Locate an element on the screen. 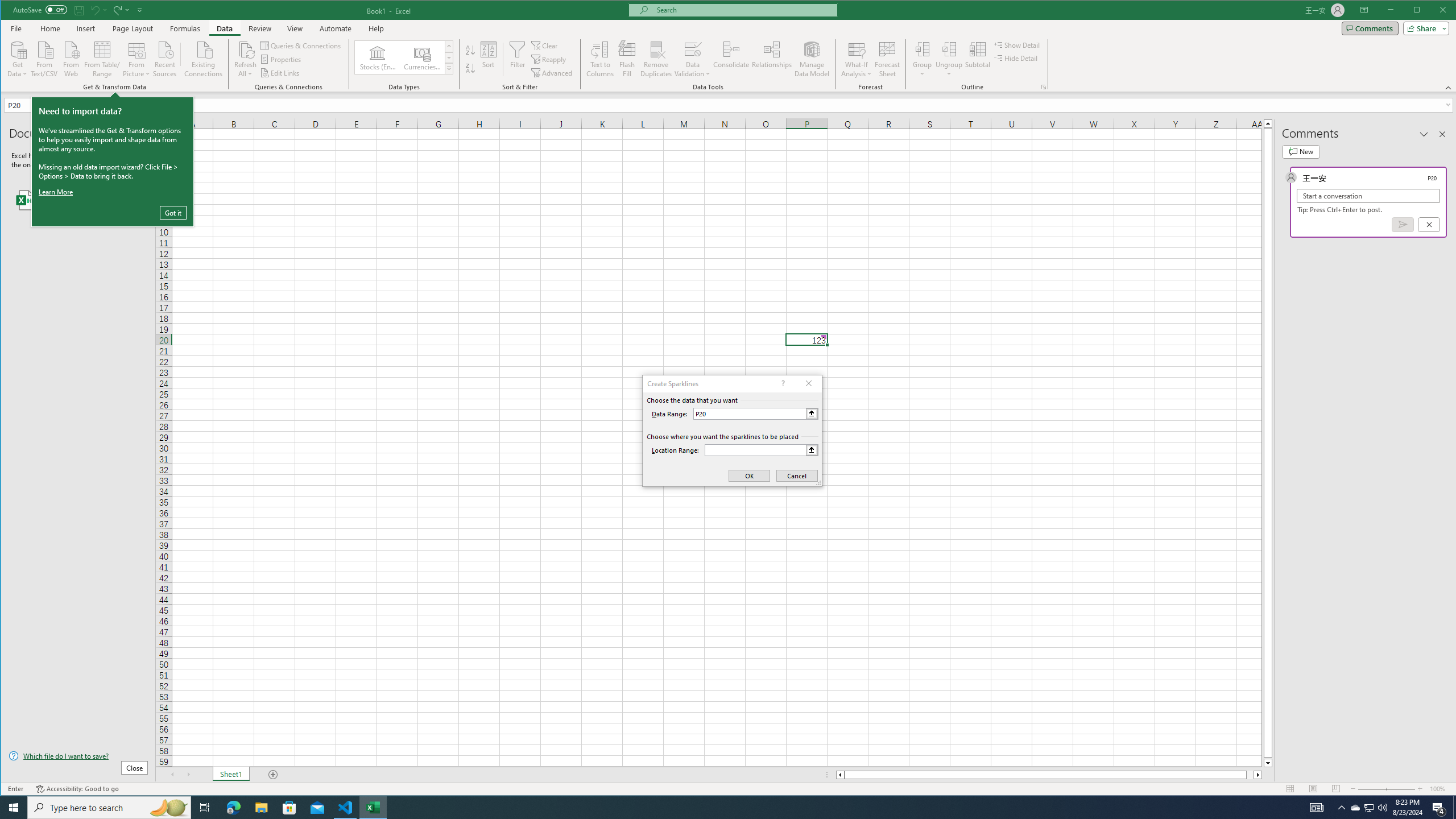  'Stocks (English)' is located at coordinates (378, 57).